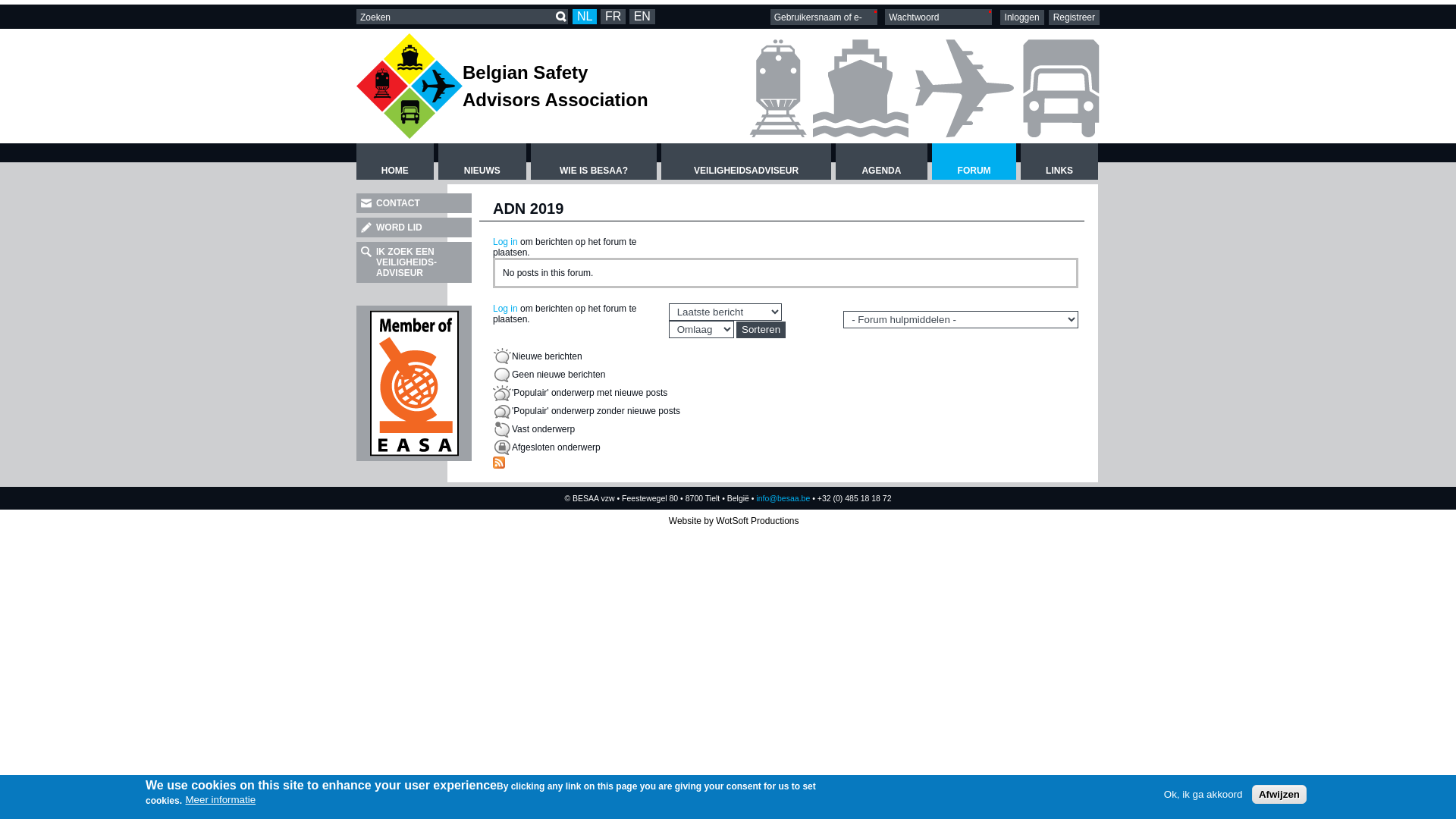 The height and width of the screenshot is (819, 1456). Describe the element at coordinates (553, 17) in the screenshot. I see `'Zoeken'` at that location.